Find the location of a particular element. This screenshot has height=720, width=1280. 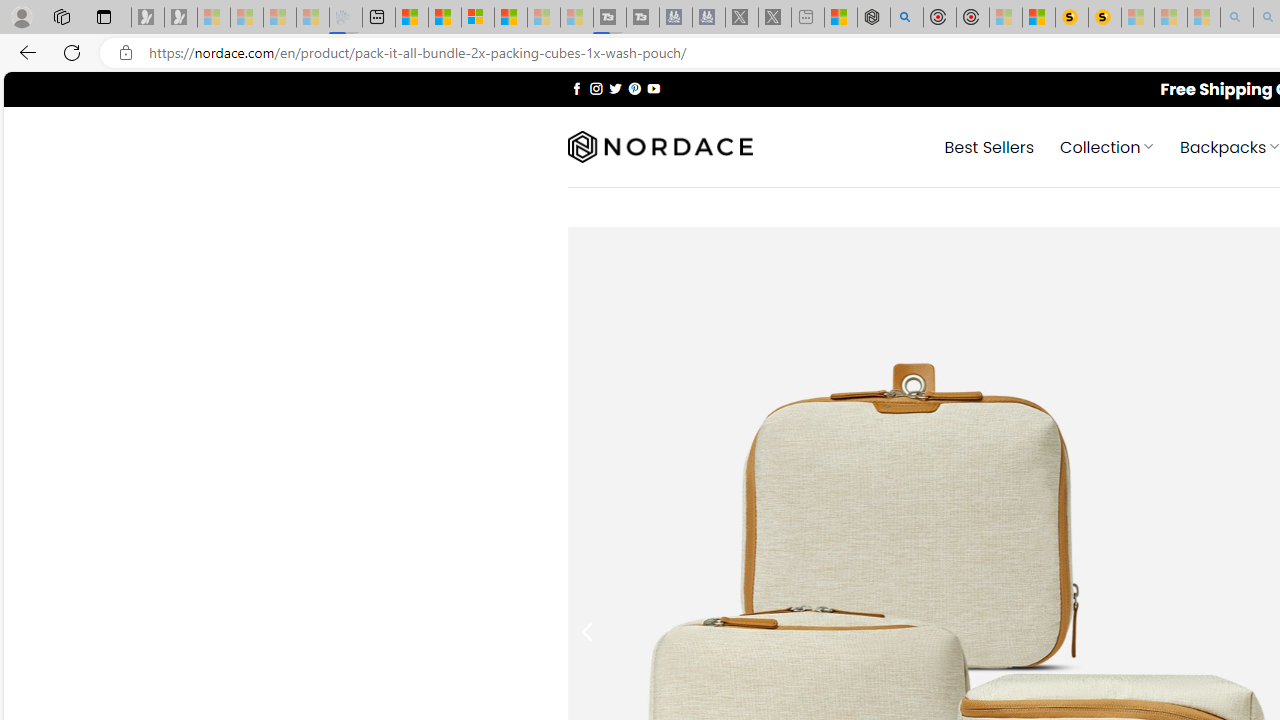

'X - Sleeping' is located at coordinates (774, 17).